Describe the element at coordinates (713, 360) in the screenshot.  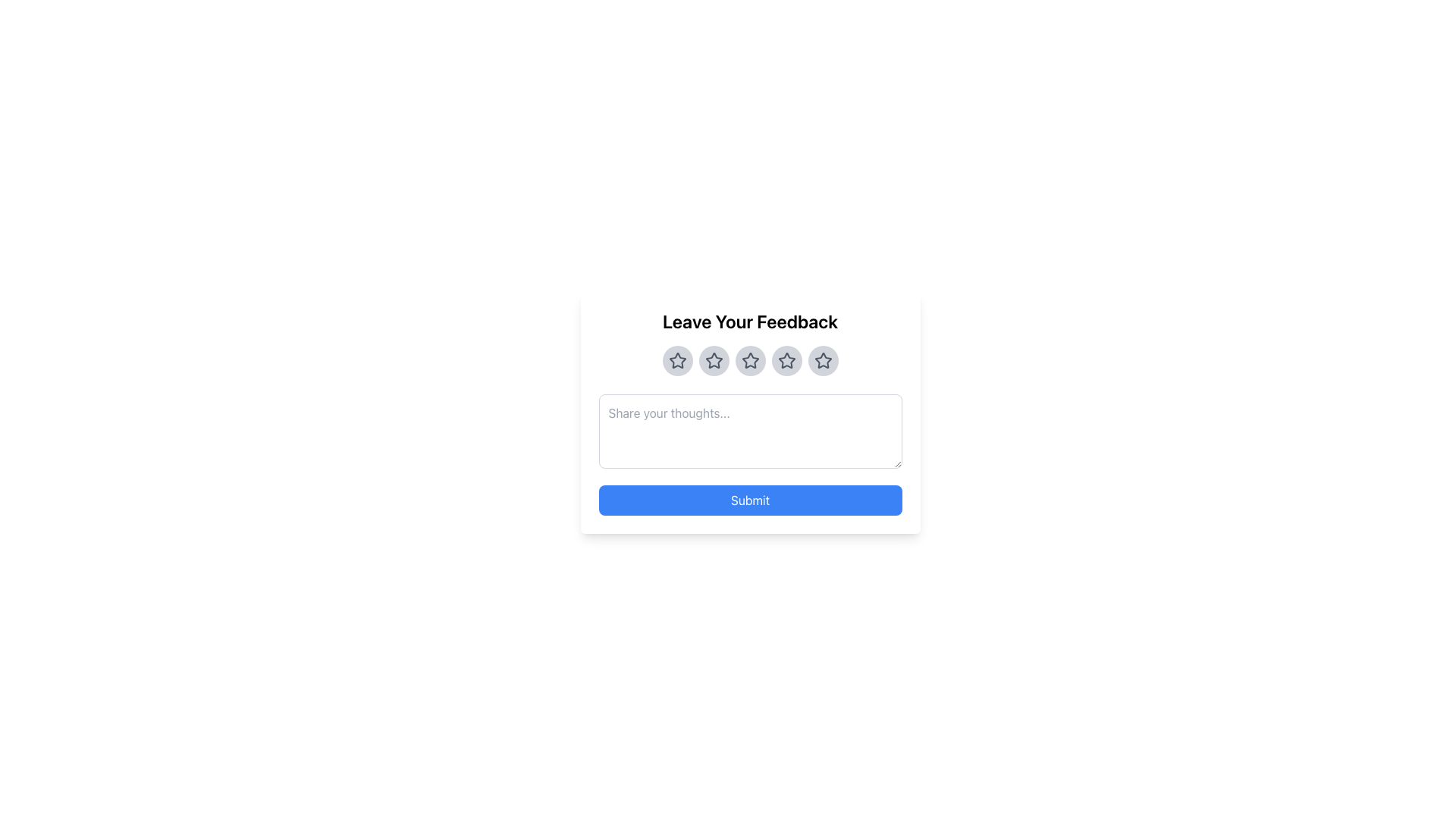
I see `the second star icon in the rating system for user feedback, which is part of a row of five icons directly below the 'Leave Your Feedback' title` at that location.